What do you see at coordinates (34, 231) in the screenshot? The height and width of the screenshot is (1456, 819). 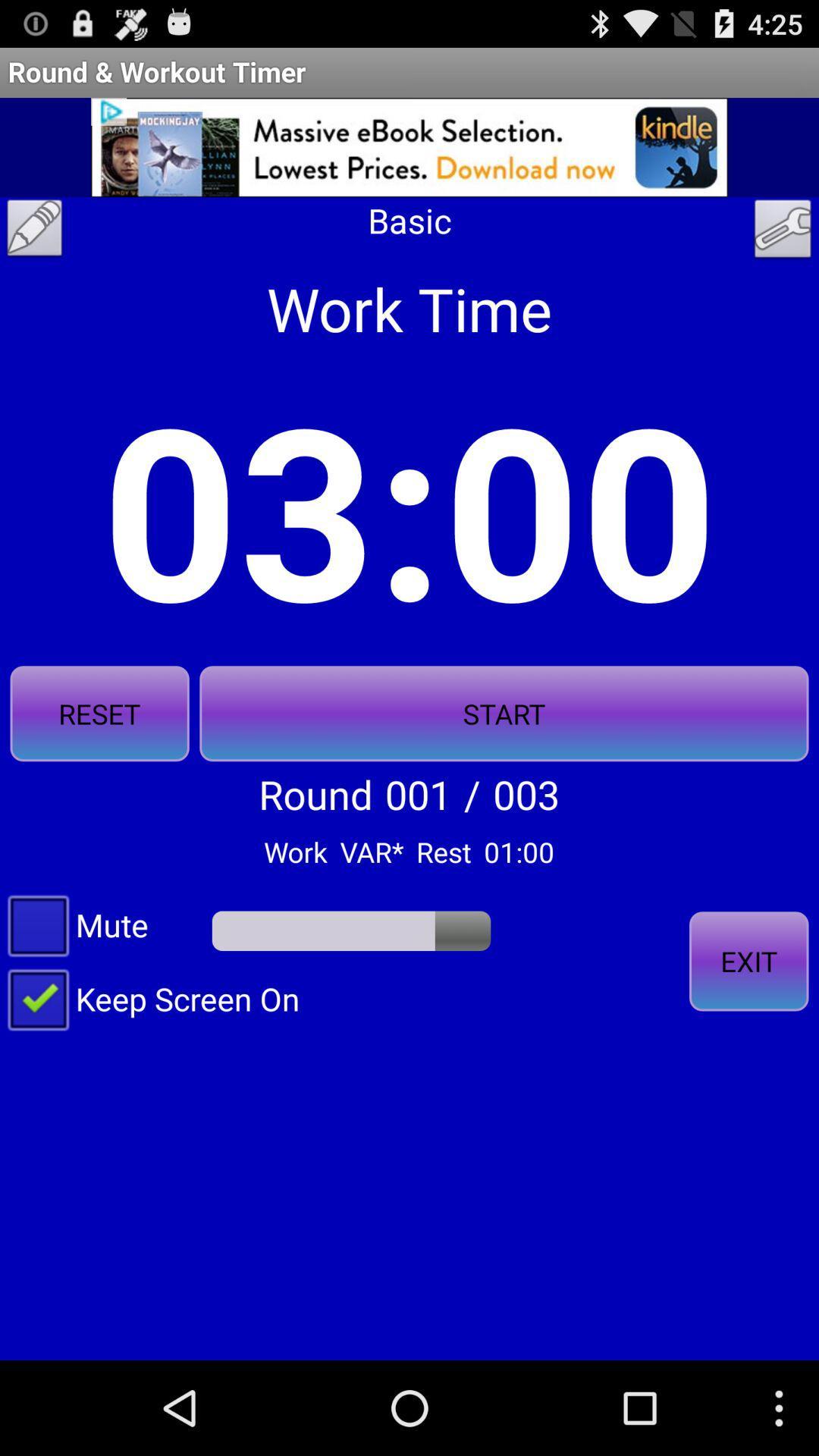 I see `edit title` at bounding box center [34, 231].